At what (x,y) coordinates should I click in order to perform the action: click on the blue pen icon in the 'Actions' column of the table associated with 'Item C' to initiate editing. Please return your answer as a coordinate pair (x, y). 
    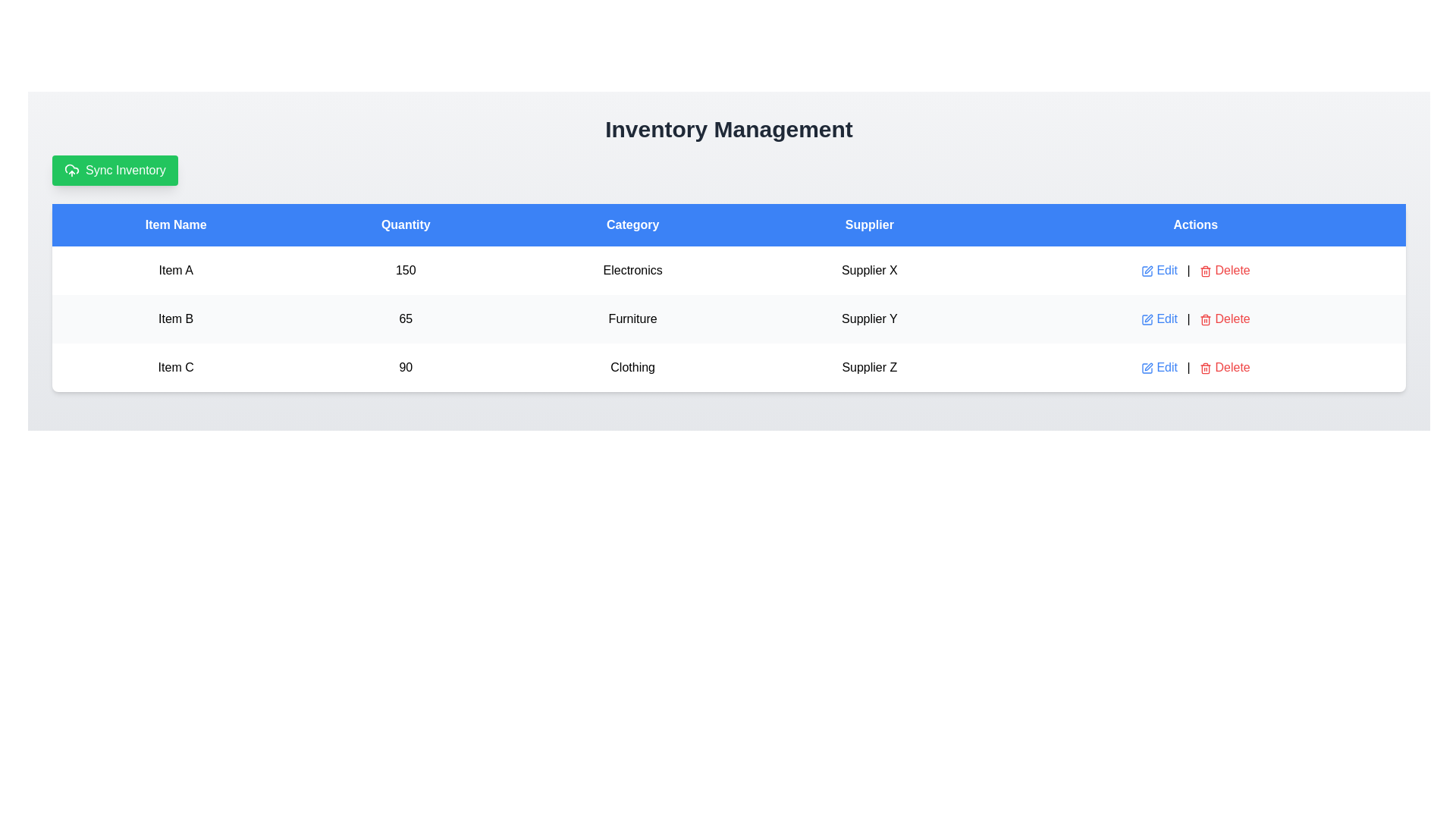
    Looking at the image, I should click on (1147, 368).